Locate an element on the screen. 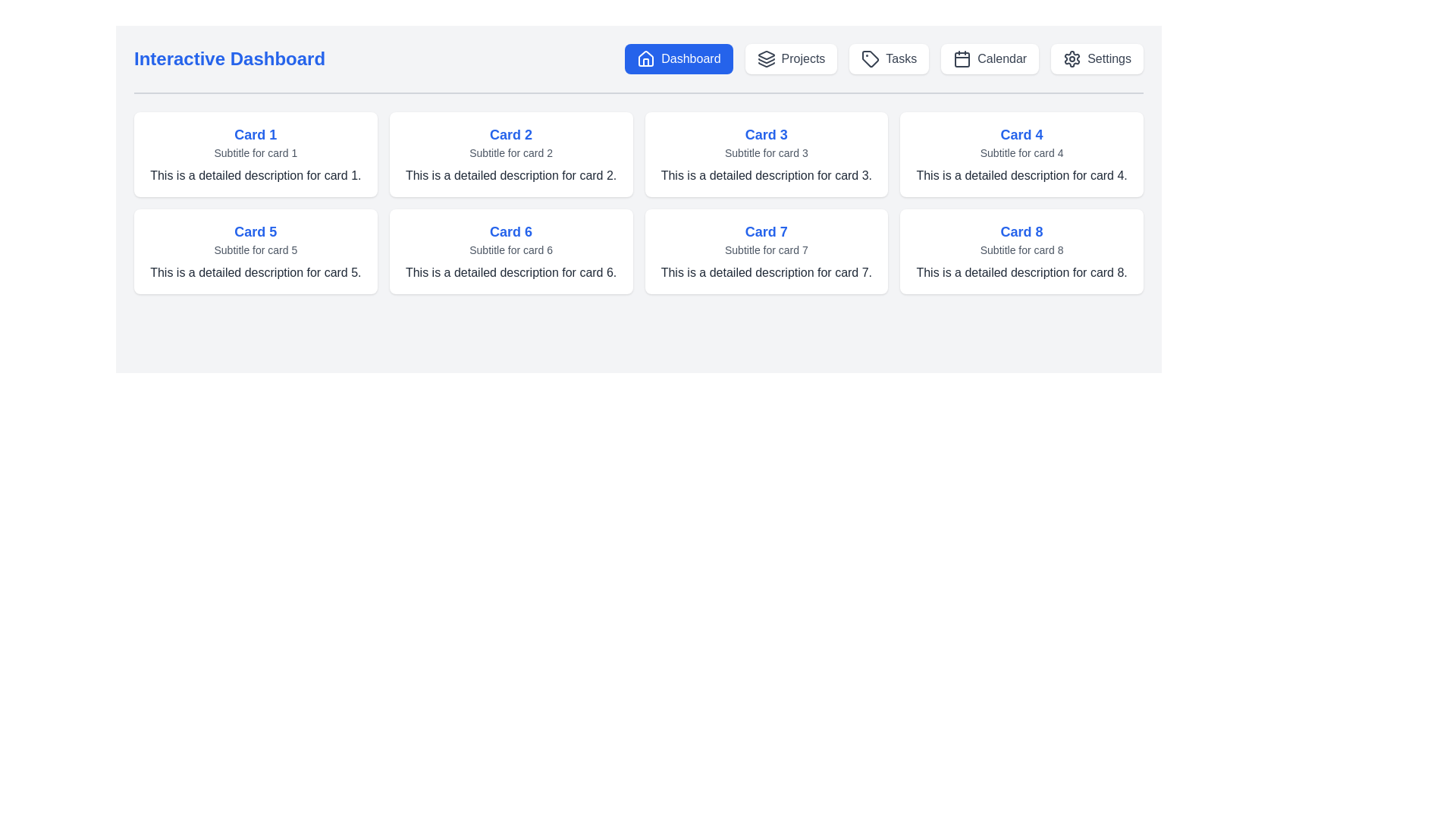  the second card component in the grid layout, which provides an informational summary and is designed to be interactive is located at coordinates (511, 155).